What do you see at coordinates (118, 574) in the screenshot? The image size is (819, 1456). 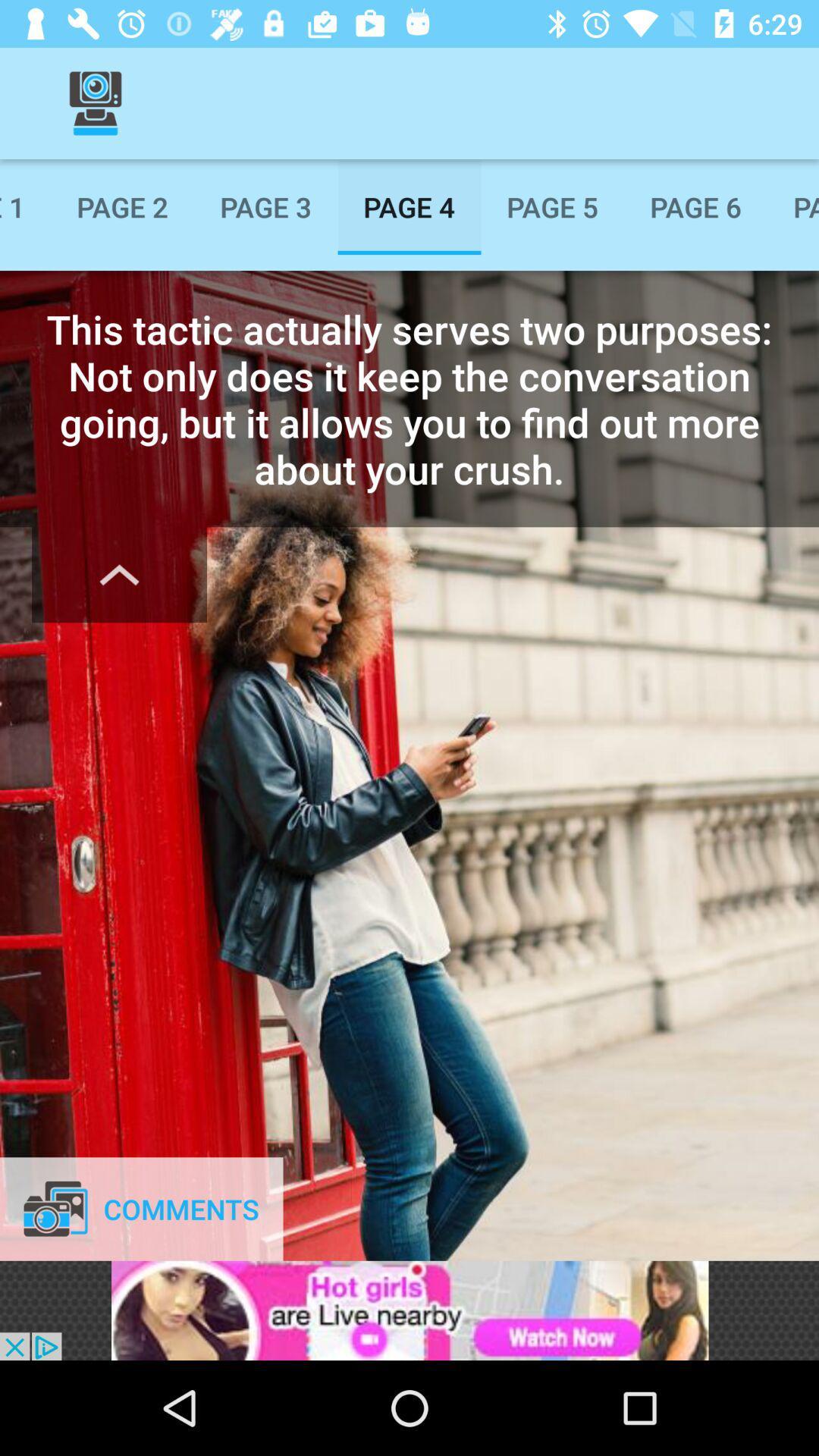 I see `hide text` at bounding box center [118, 574].